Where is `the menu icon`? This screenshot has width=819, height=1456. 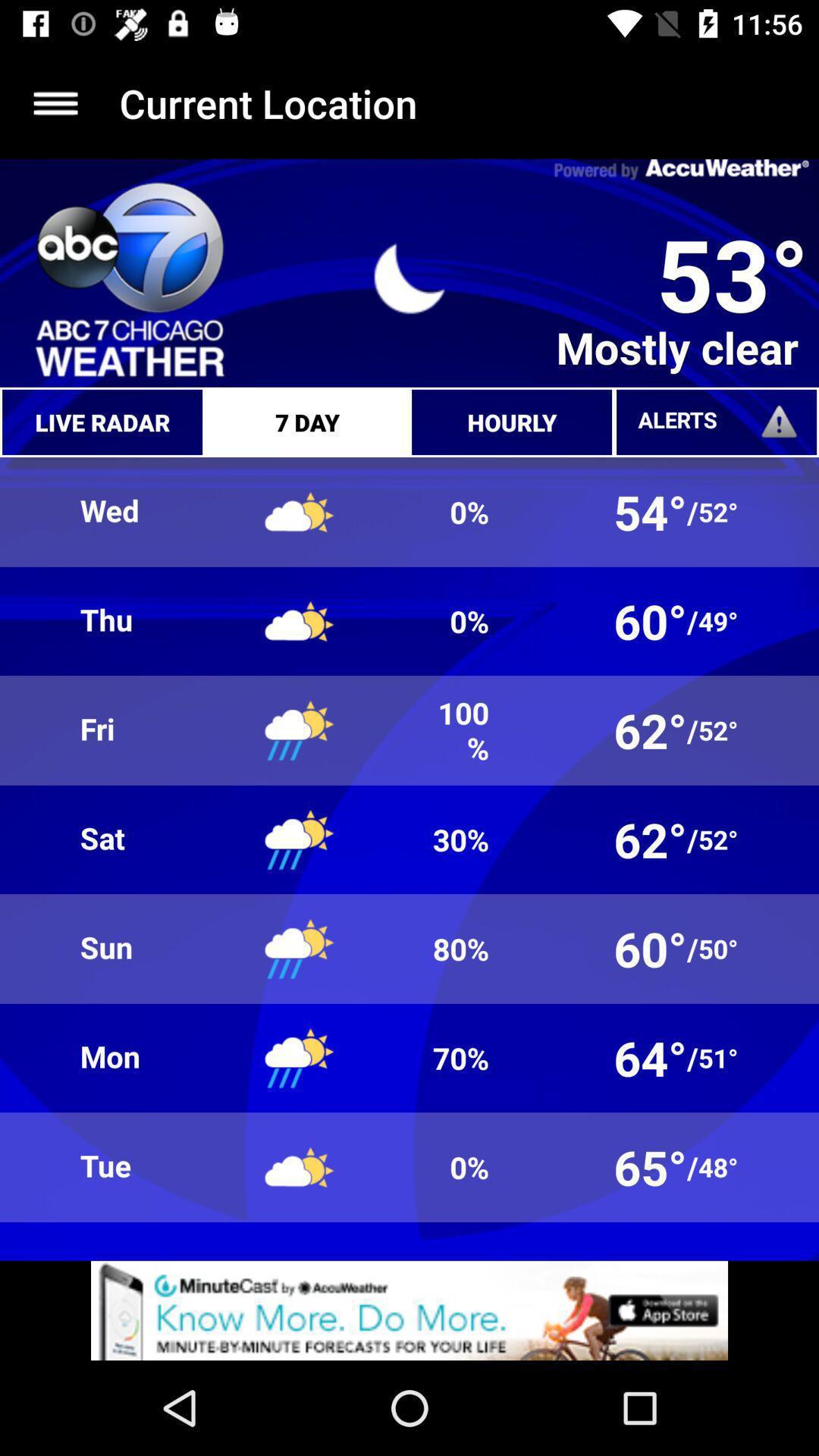 the menu icon is located at coordinates (55, 102).